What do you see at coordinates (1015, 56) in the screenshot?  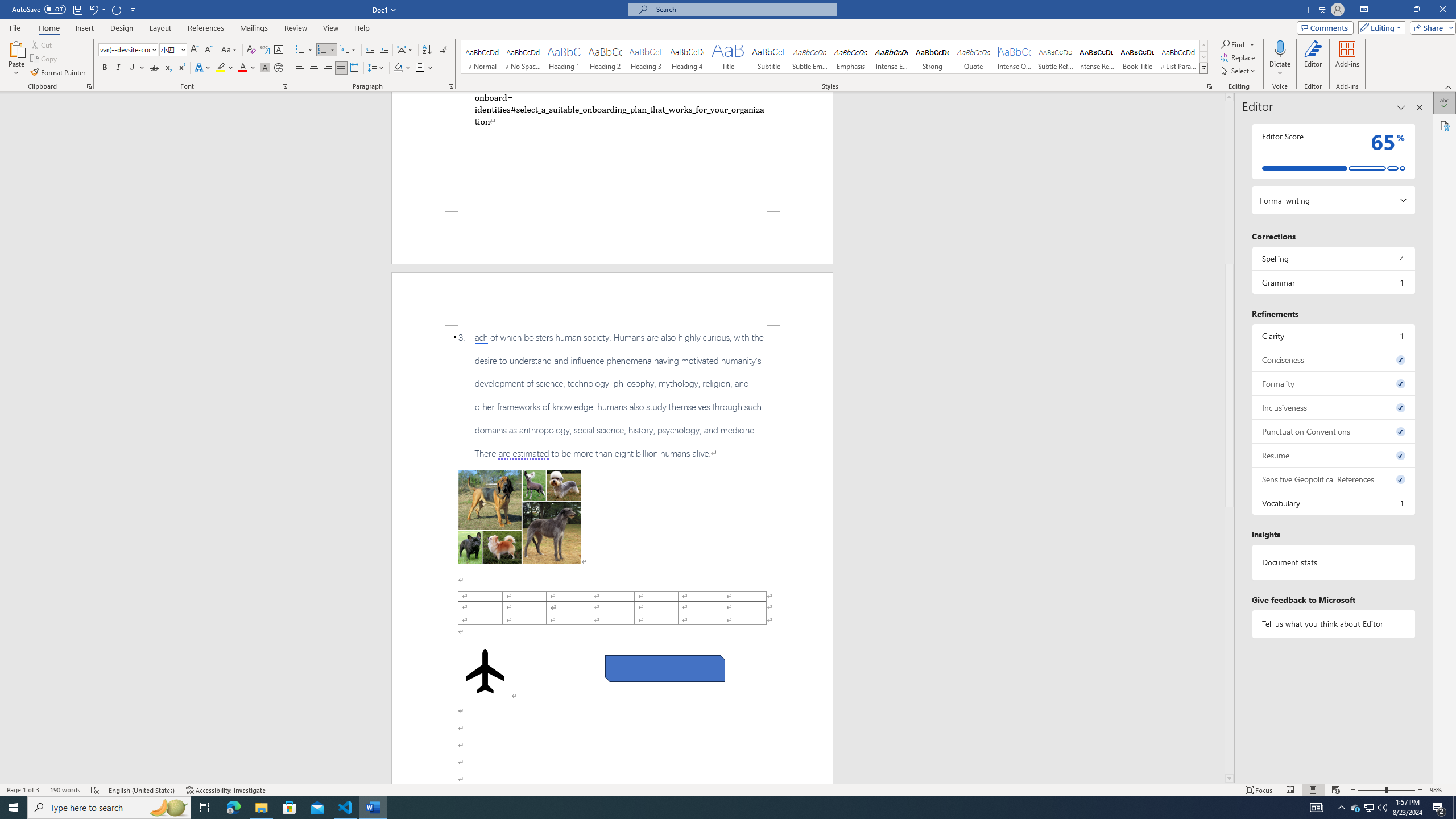 I see `'Intense Quote'` at bounding box center [1015, 56].